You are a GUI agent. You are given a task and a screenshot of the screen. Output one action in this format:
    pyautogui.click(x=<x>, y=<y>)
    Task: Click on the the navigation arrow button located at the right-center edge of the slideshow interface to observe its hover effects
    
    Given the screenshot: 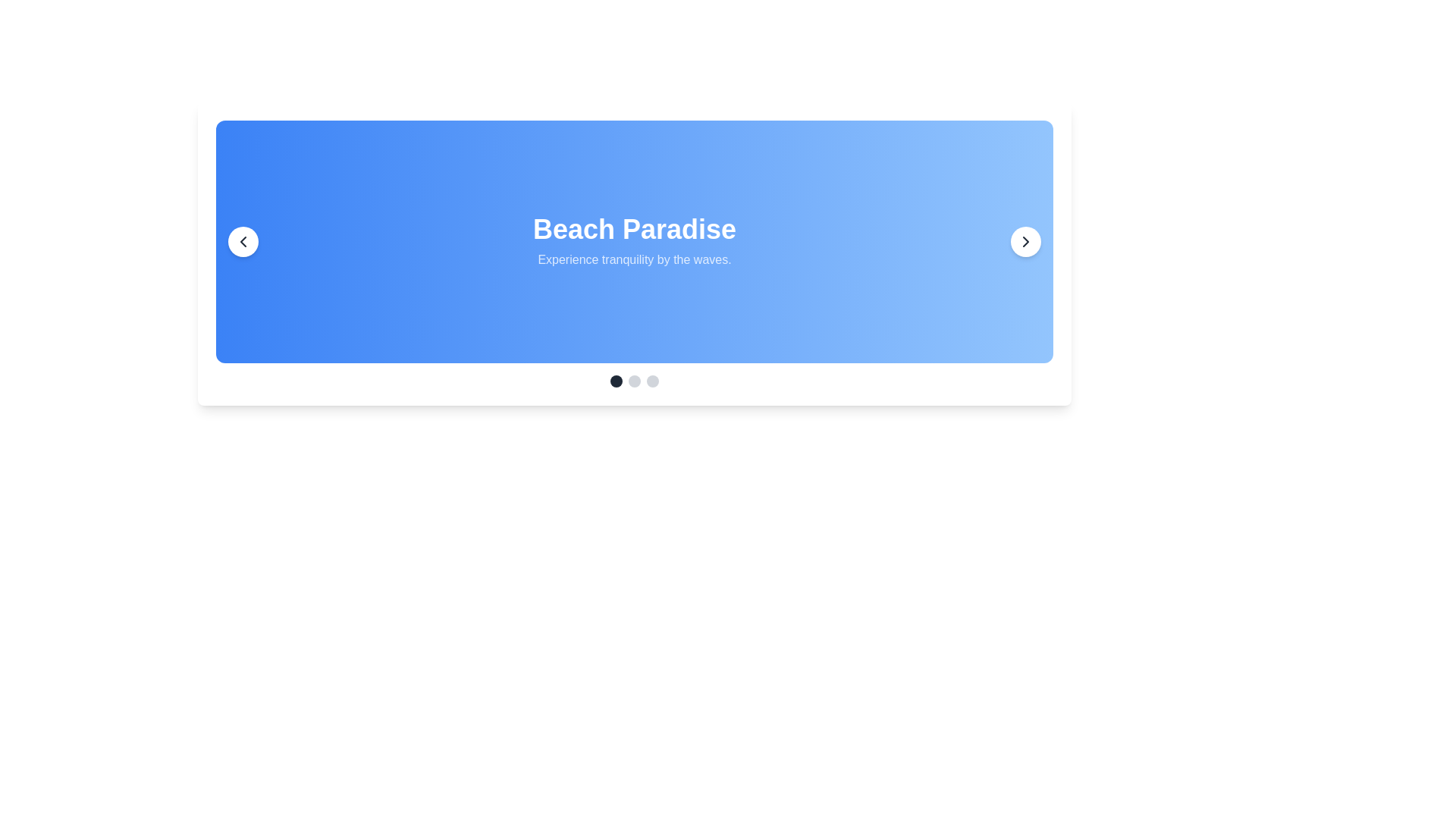 What is the action you would take?
    pyautogui.click(x=1026, y=241)
    